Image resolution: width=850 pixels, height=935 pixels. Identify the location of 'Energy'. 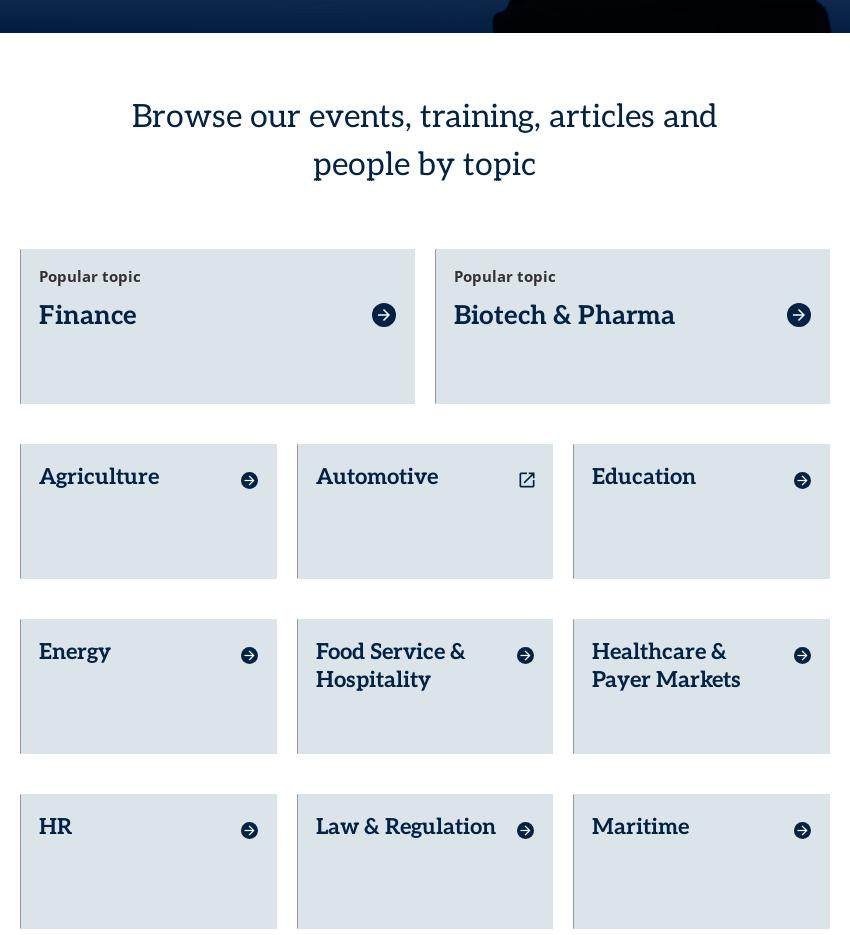
(74, 616).